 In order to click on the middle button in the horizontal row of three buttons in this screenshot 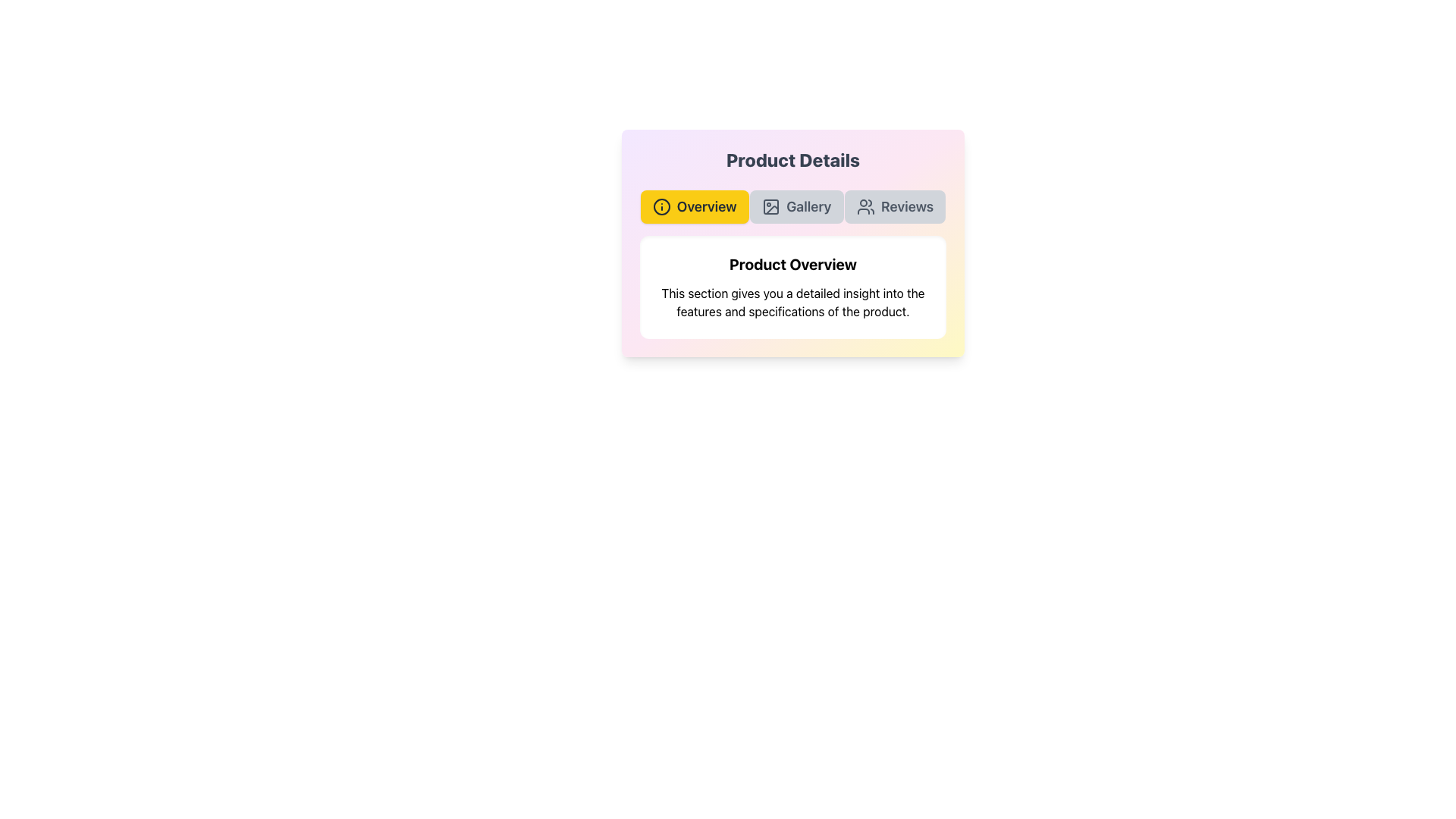, I will do `click(795, 207)`.